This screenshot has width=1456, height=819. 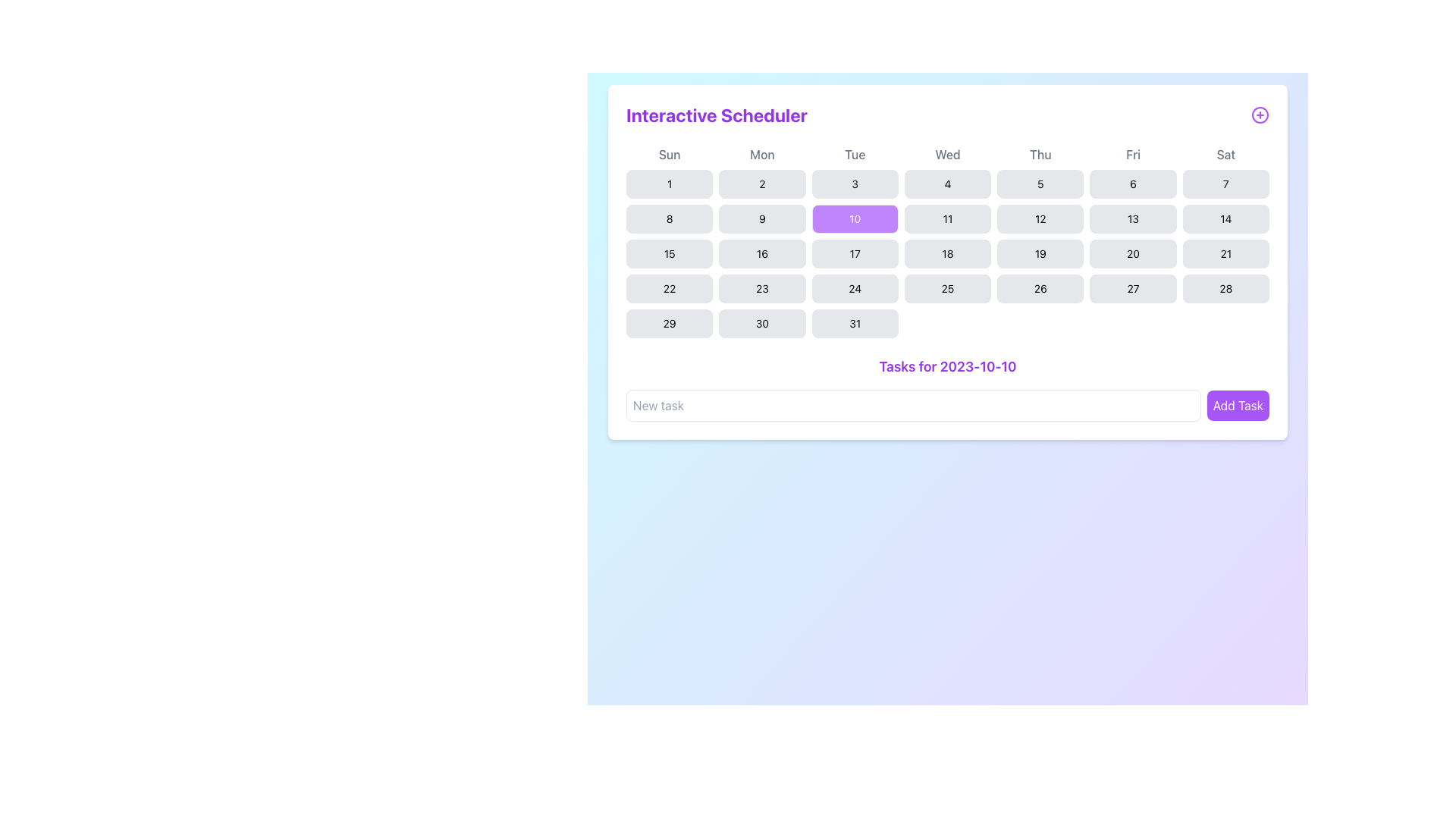 What do you see at coordinates (946, 289) in the screenshot?
I see `the rectangular button with rounded corners displaying the number '25' in black text, located in the 7th row and 4th column of the calendar grid` at bounding box center [946, 289].